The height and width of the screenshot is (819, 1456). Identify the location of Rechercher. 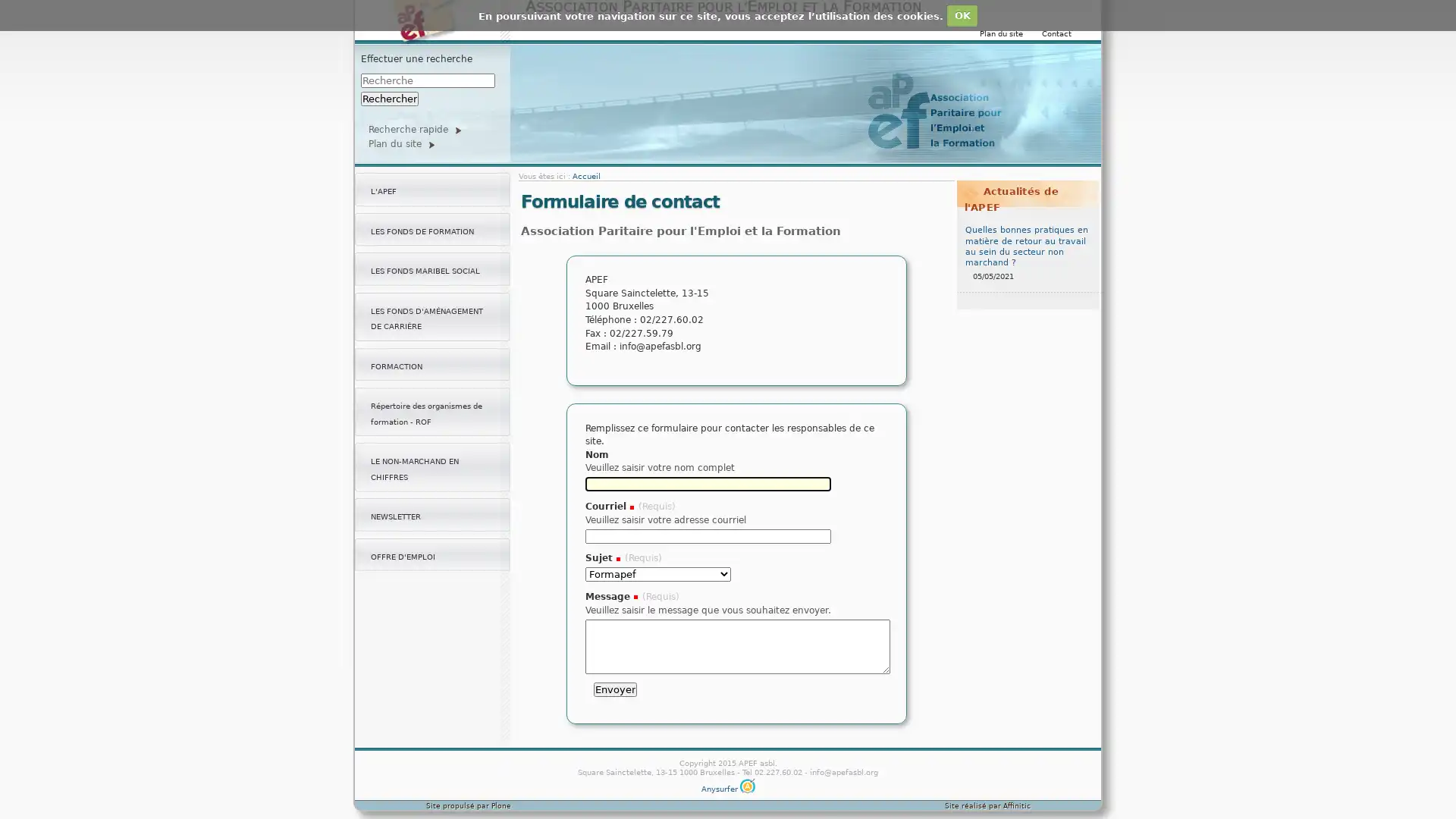
(389, 99).